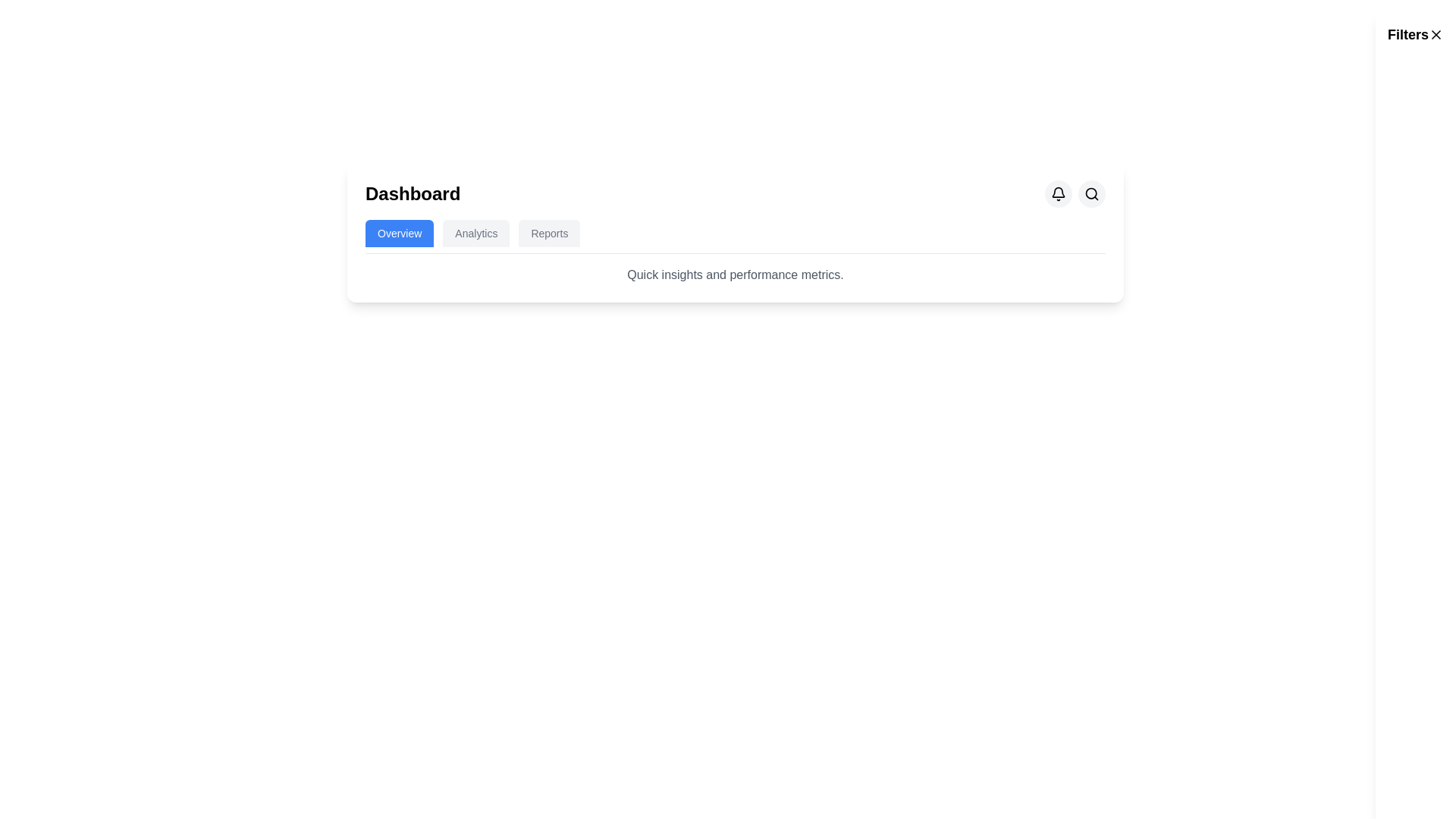 This screenshot has height=819, width=1456. What do you see at coordinates (1058, 193) in the screenshot?
I see `the circular button with a light gray background and a bell icon located at the top-right corner of the main content area` at bounding box center [1058, 193].